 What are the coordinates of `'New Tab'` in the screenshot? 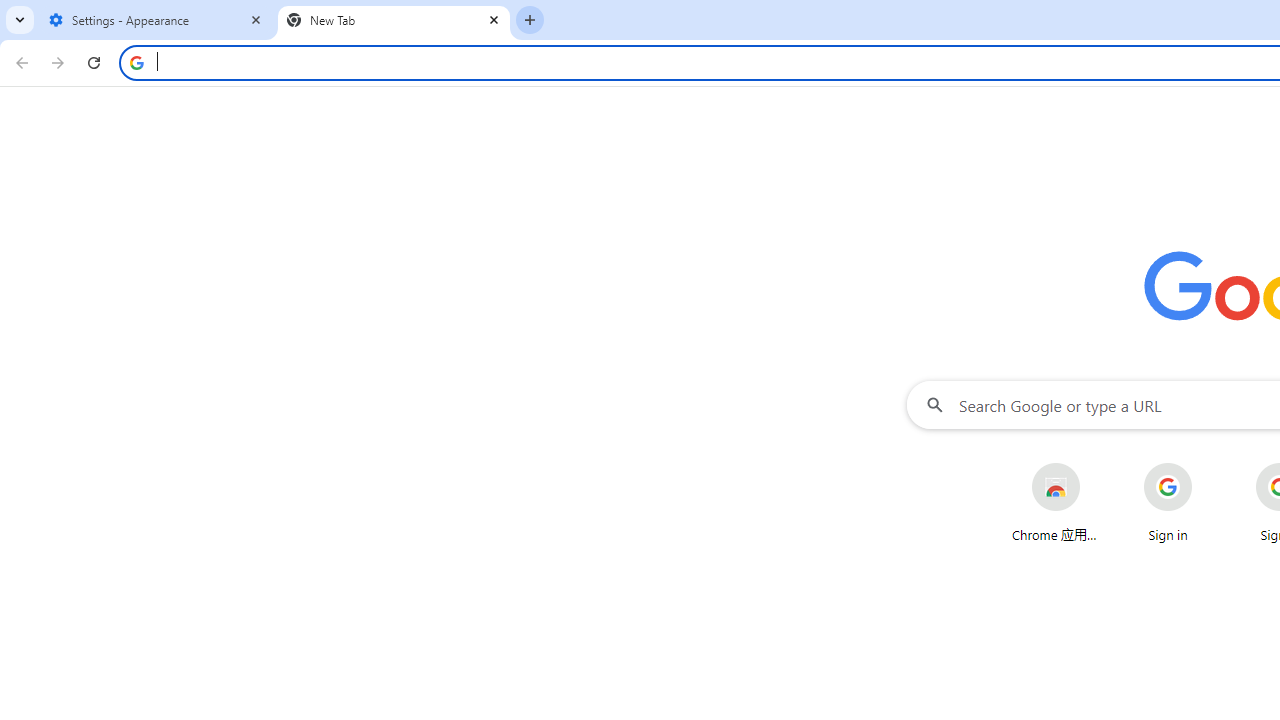 It's located at (394, 20).